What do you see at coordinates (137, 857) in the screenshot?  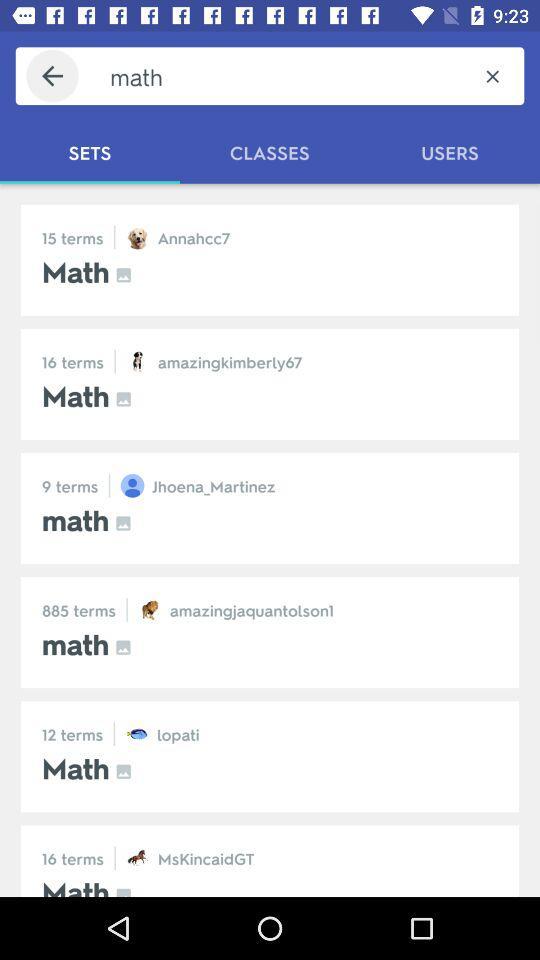 I see `horse image which is after 16 terms on the page` at bounding box center [137, 857].